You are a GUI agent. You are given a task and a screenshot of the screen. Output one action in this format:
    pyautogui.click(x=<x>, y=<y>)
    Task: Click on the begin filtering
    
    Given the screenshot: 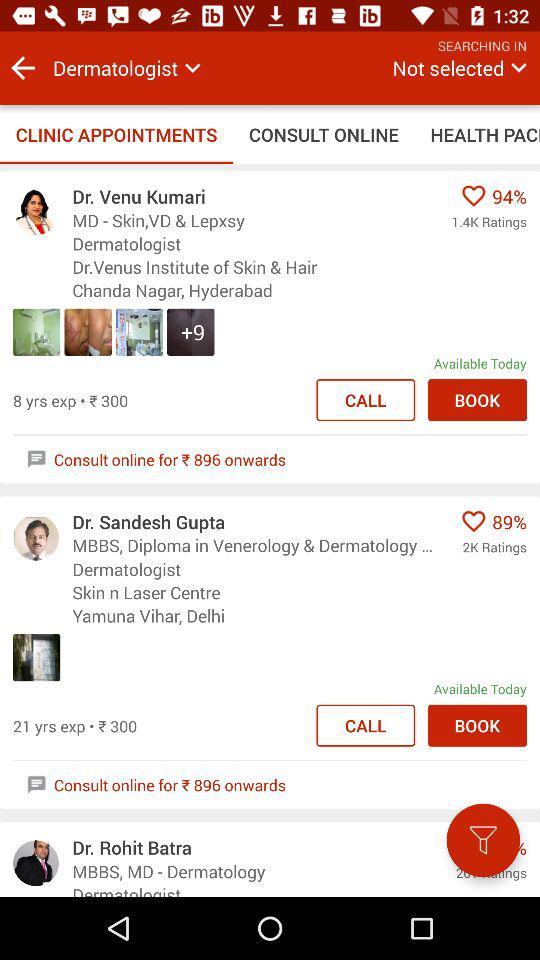 What is the action you would take?
    pyautogui.click(x=482, y=840)
    